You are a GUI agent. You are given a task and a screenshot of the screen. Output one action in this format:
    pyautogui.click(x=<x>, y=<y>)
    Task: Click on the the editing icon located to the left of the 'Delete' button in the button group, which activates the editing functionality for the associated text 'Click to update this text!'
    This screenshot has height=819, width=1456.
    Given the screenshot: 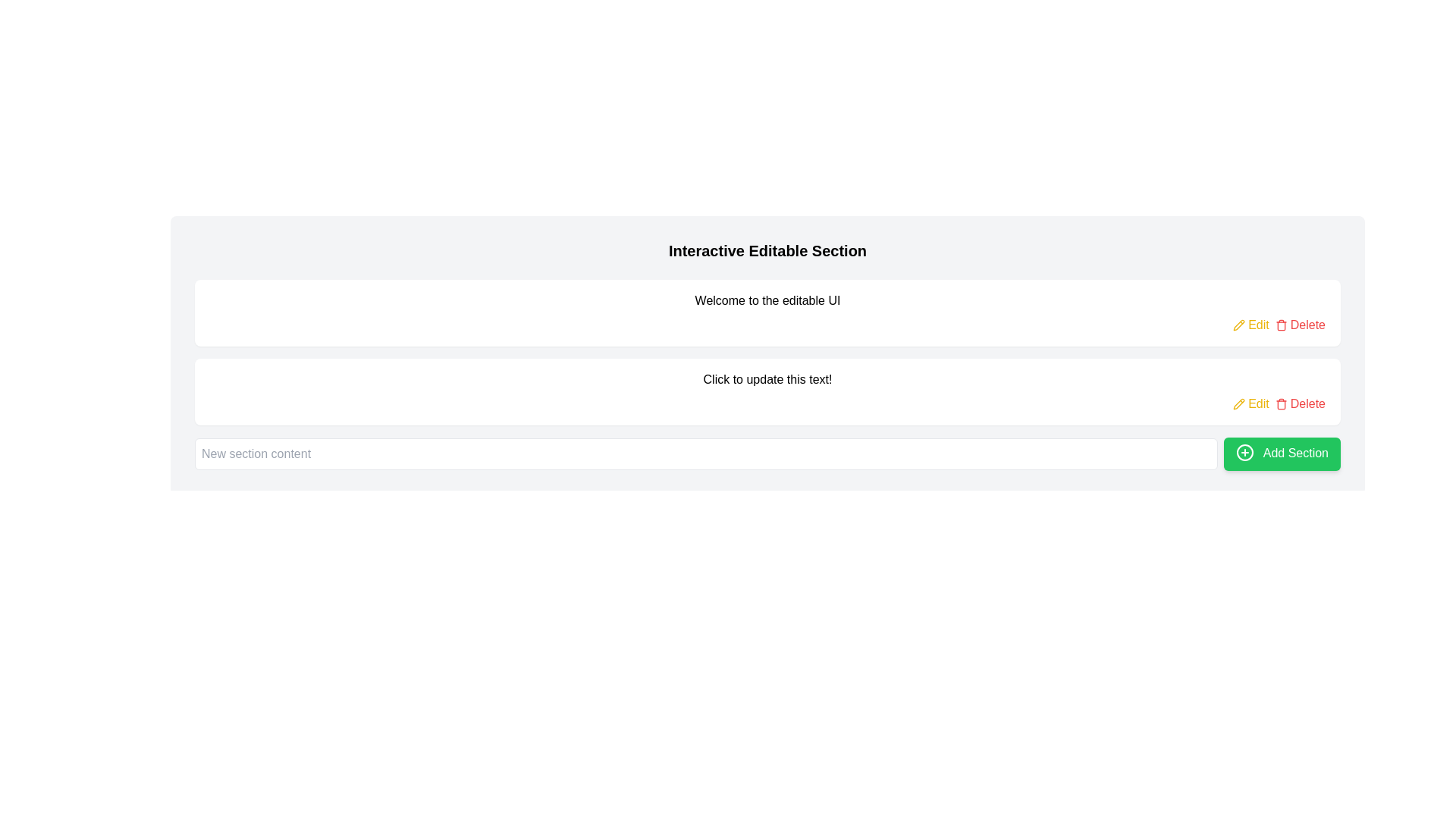 What is the action you would take?
    pyautogui.click(x=1238, y=324)
    